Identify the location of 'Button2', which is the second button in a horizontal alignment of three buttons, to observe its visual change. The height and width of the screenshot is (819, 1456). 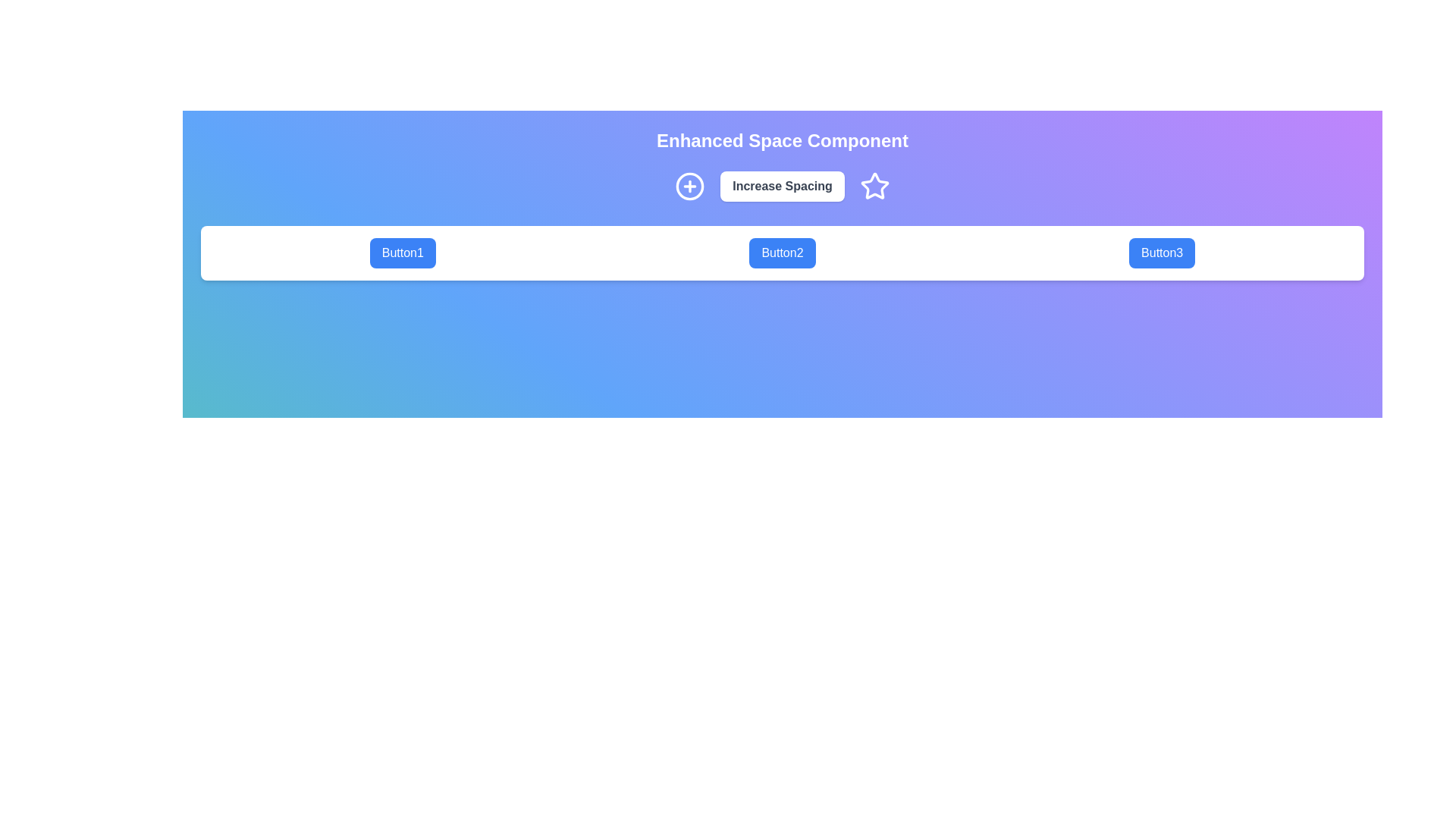
(783, 253).